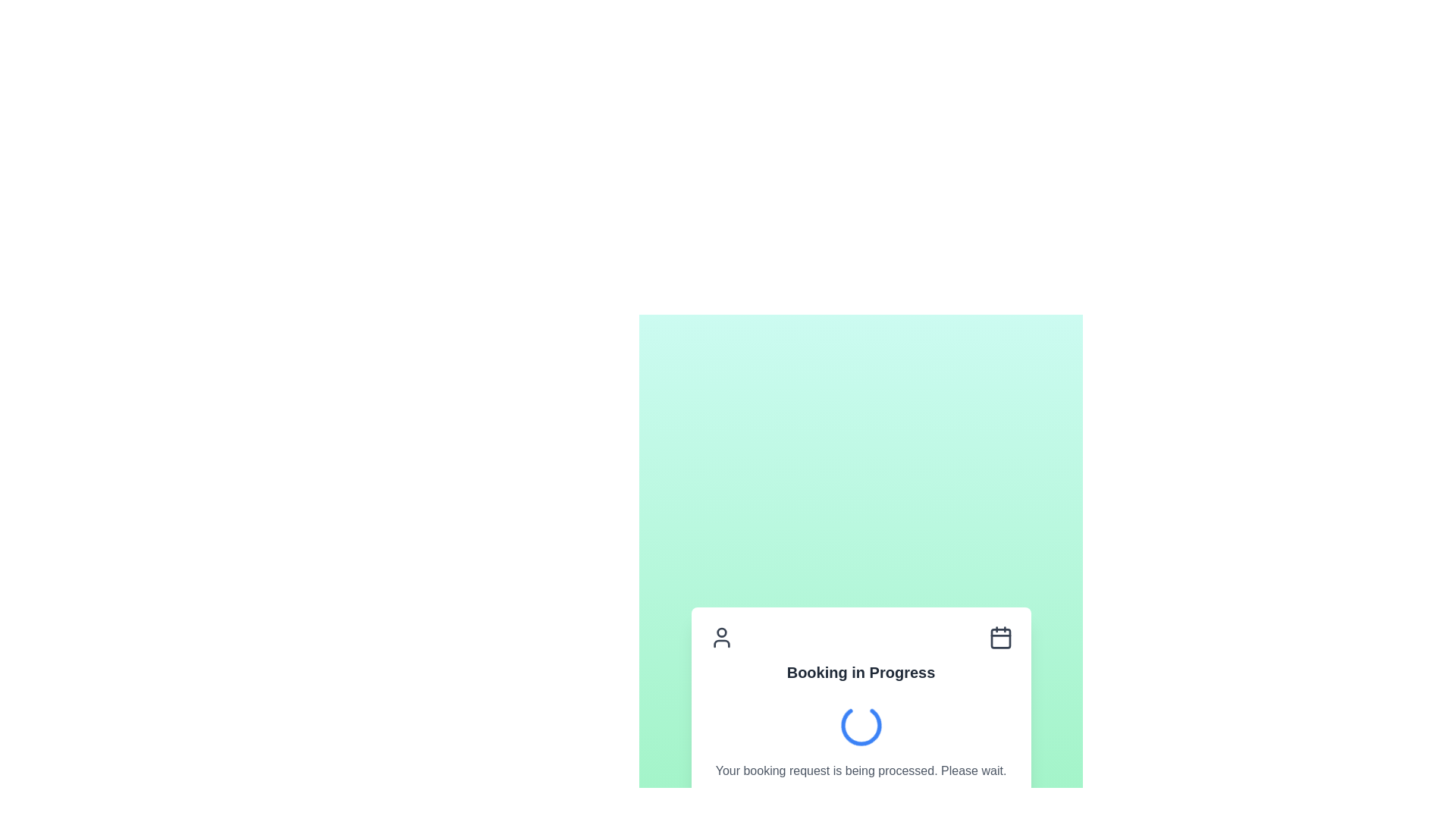 The height and width of the screenshot is (819, 1456). Describe the element at coordinates (720, 643) in the screenshot. I see `the lower section of the user silhouette icon, which is styled with a grayish tone and located at the top-left corner of the card interface` at that location.